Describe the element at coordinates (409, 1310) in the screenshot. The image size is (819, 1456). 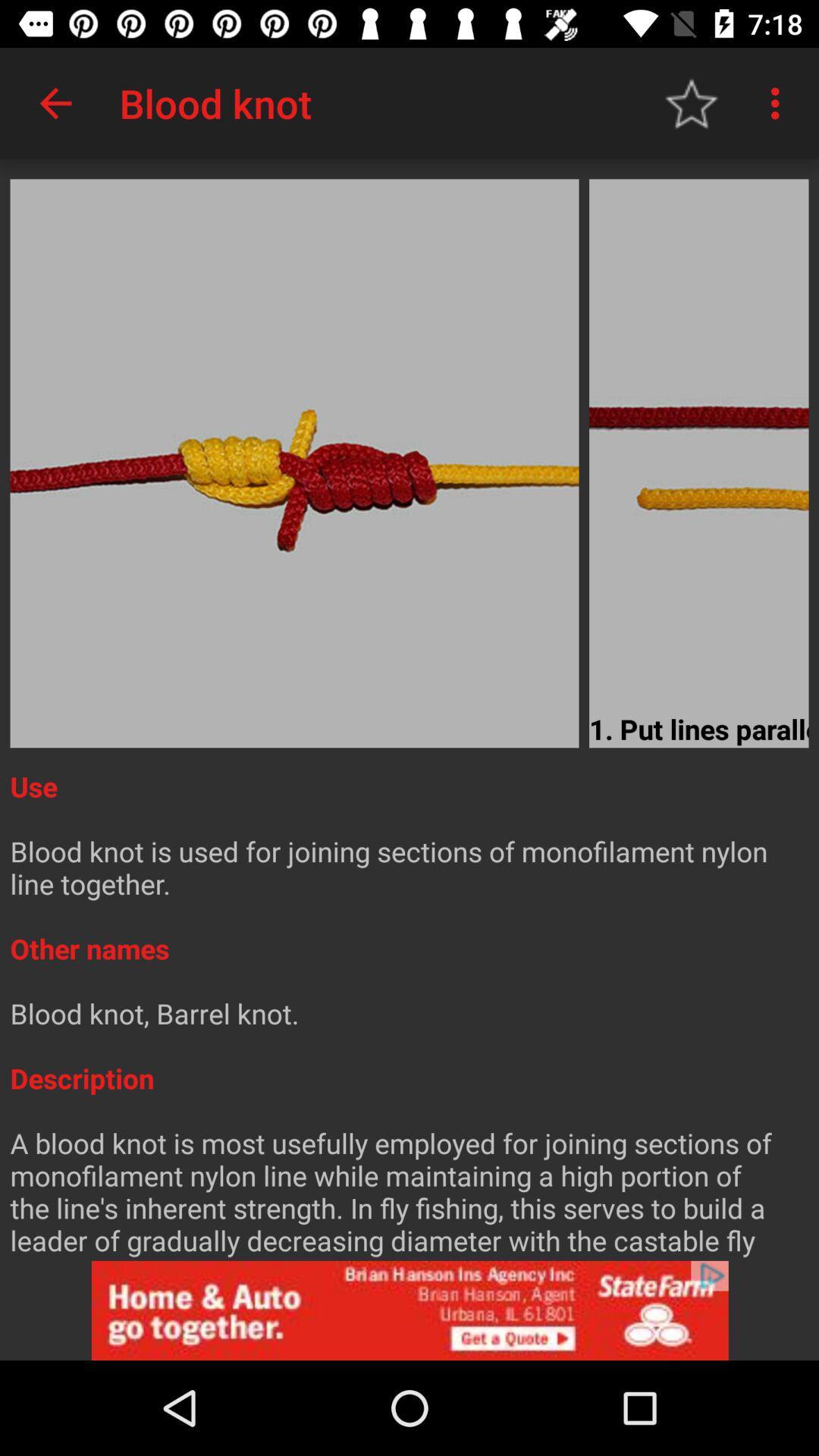
I see `advertisement banner` at that location.